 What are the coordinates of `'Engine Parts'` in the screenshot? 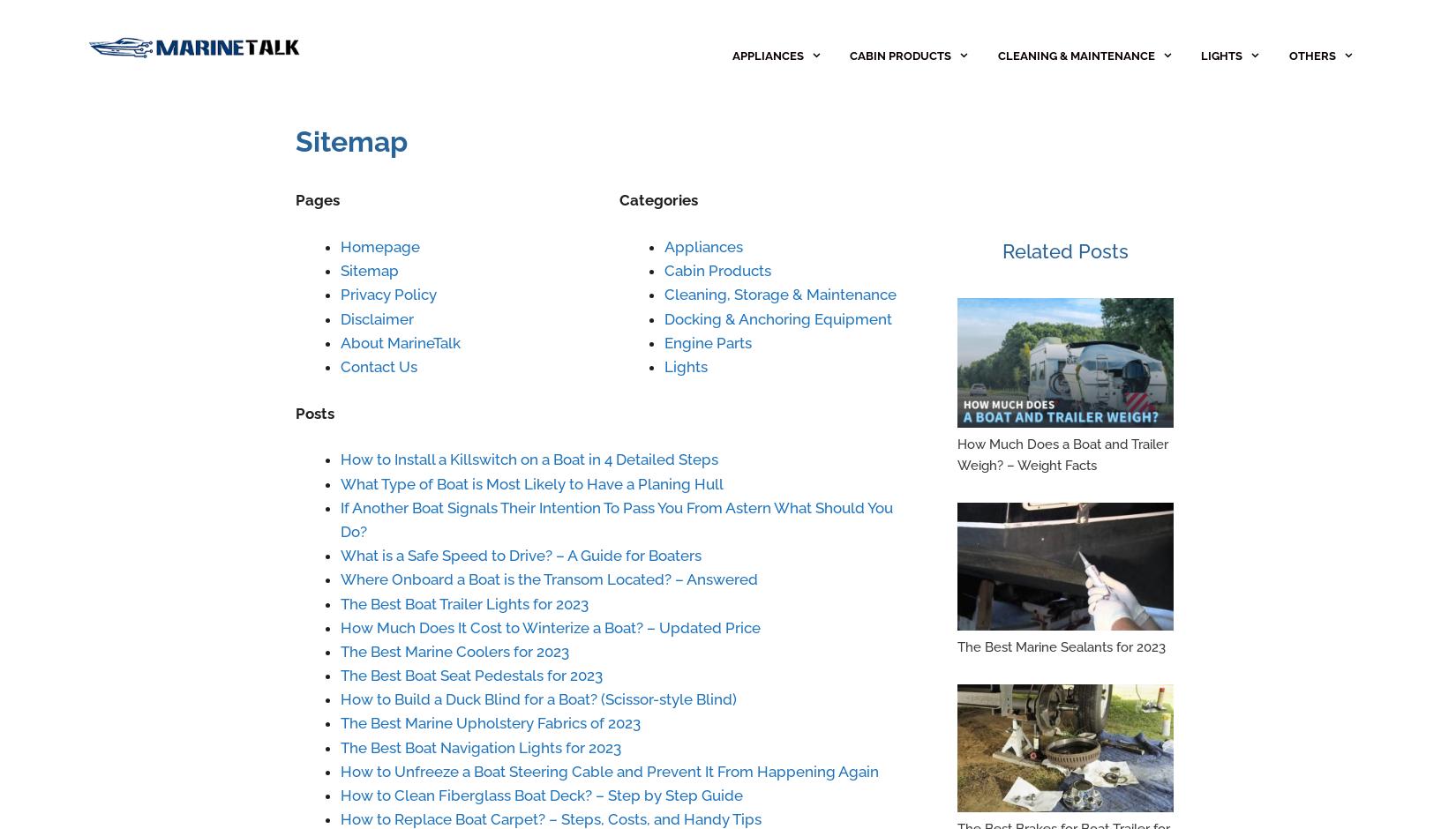 It's located at (706, 341).